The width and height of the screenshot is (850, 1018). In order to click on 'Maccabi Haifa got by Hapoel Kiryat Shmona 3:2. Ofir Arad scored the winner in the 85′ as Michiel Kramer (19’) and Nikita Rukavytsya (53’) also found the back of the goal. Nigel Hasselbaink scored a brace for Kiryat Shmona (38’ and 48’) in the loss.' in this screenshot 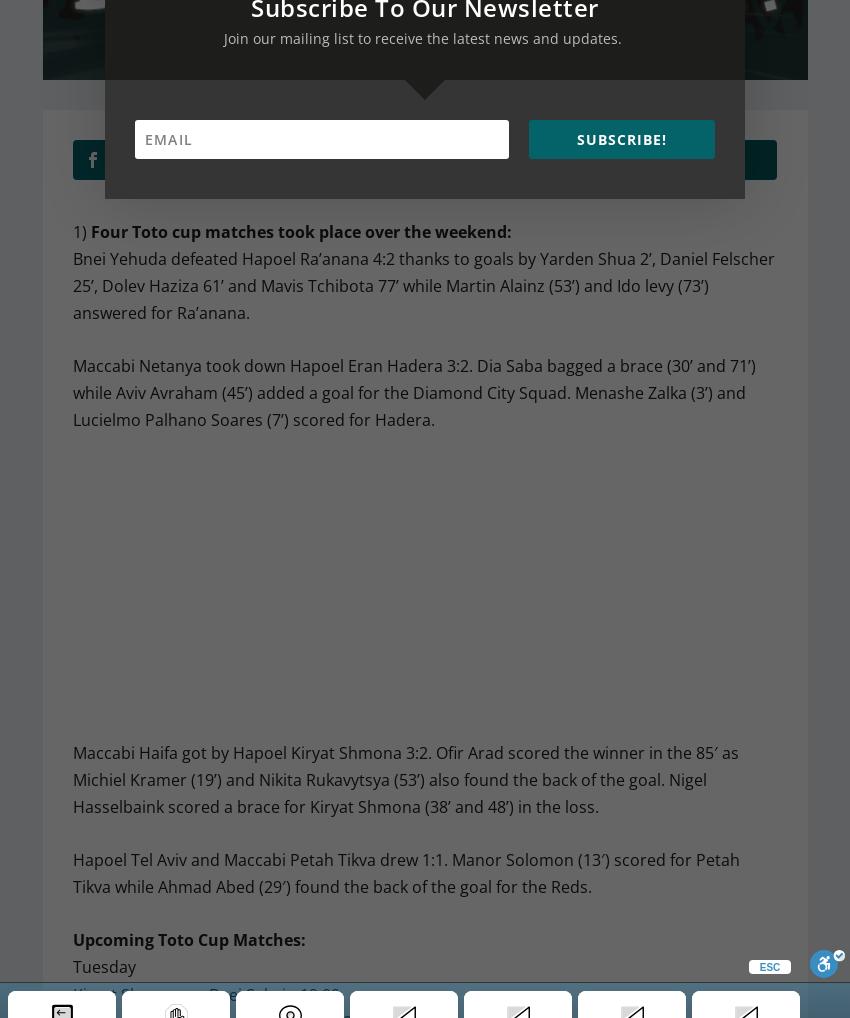, I will do `click(405, 779)`.